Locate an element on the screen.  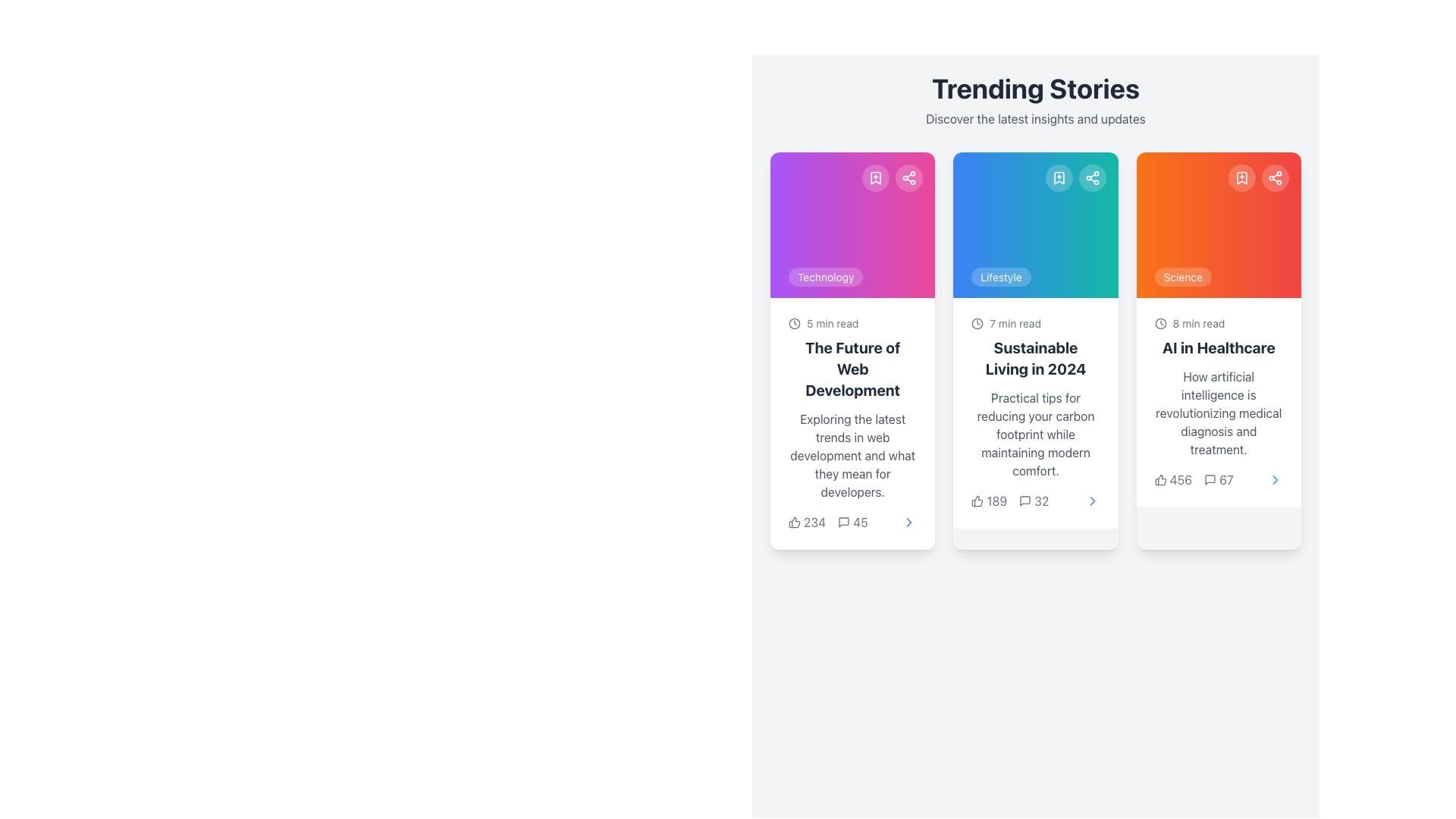
the third card in the 'Trending Stories' section that serves as a summary preview for an article about artificial intelligence in healthcare is located at coordinates (1219, 402).